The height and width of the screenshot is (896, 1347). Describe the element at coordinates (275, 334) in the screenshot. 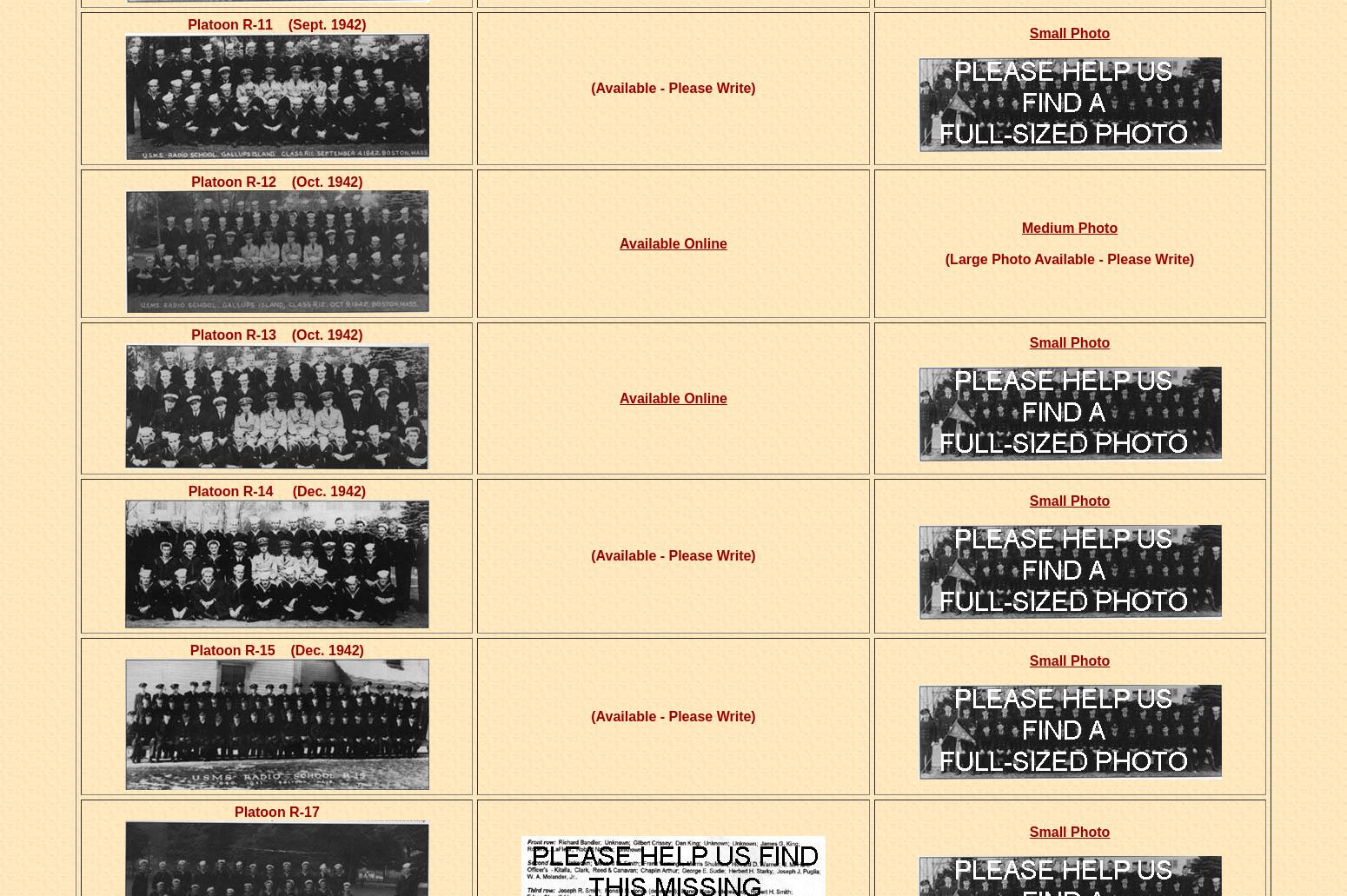

I see `'Platoon R-13    (Oct. 
                
                1942)'` at that location.